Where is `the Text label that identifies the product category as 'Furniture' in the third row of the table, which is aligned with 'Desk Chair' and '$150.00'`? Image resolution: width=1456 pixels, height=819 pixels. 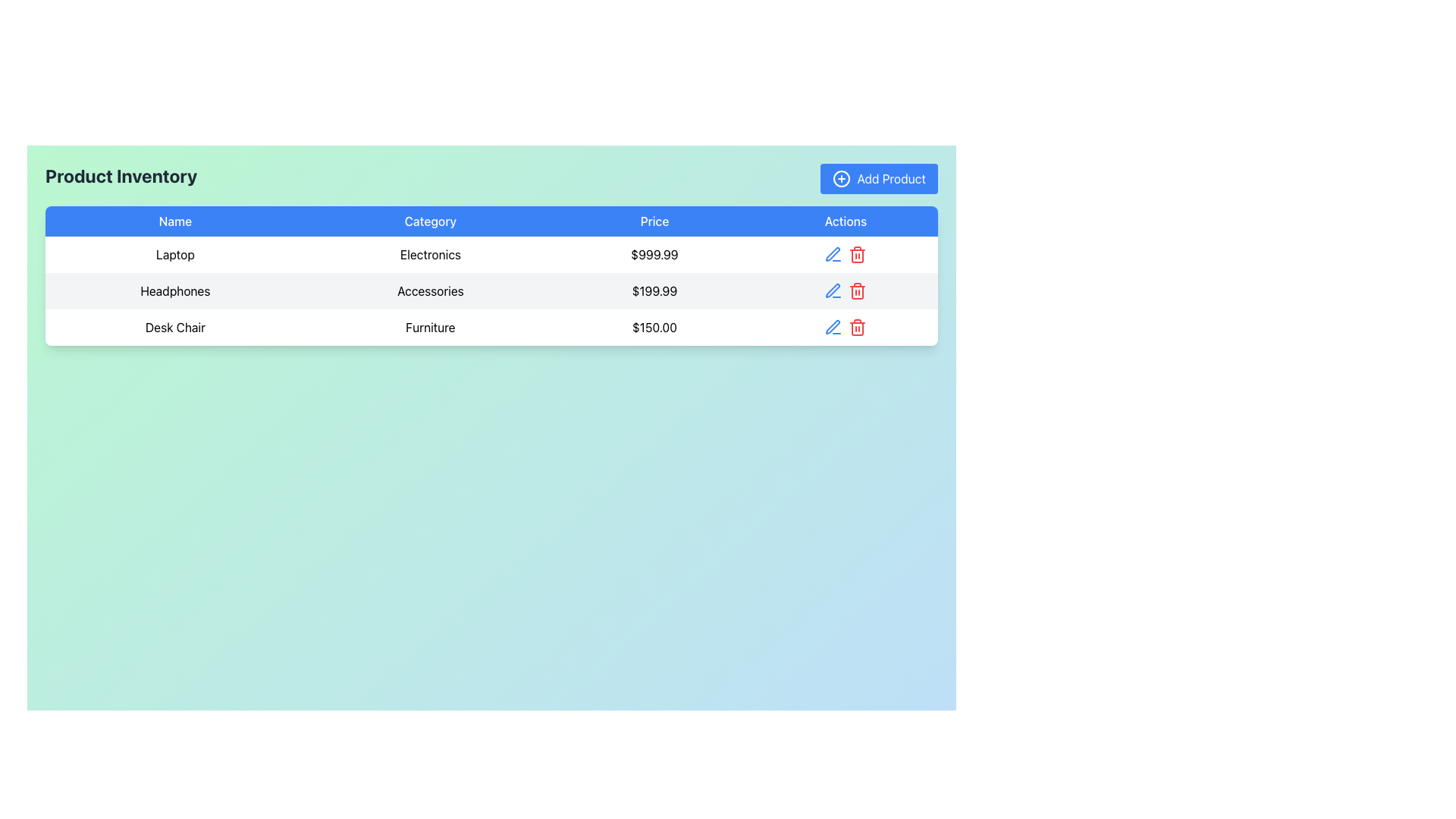
the Text label that identifies the product category as 'Furniture' in the third row of the table, which is aligned with 'Desk Chair' and '$150.00' is located at coordinates (429, 327).